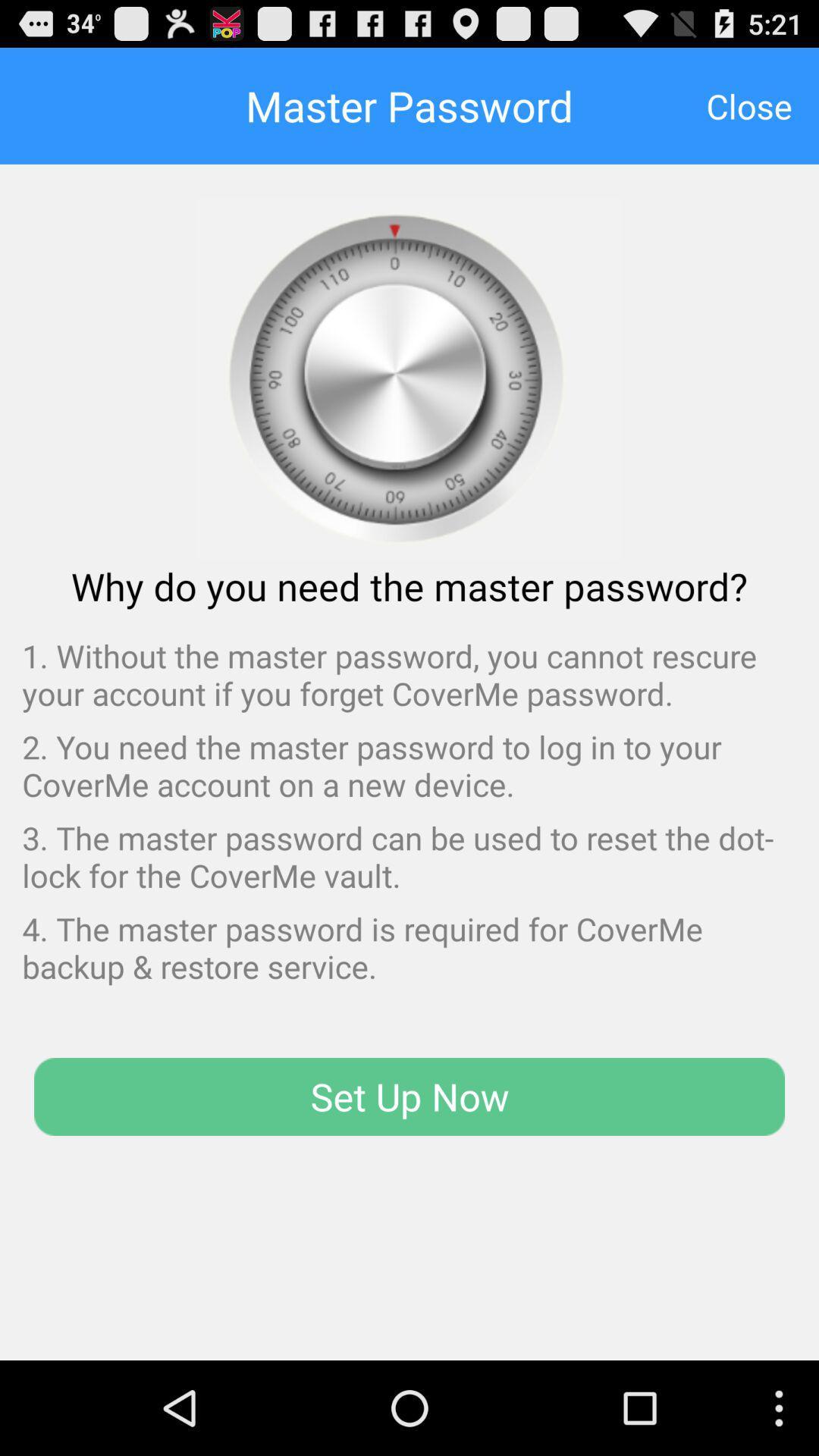 The height and width of the screenshot is (1456, 819). What do you see at coordinates (409, 1097) in the screenshot?
I see `set up now icon` at bounding box center [409, 1097].